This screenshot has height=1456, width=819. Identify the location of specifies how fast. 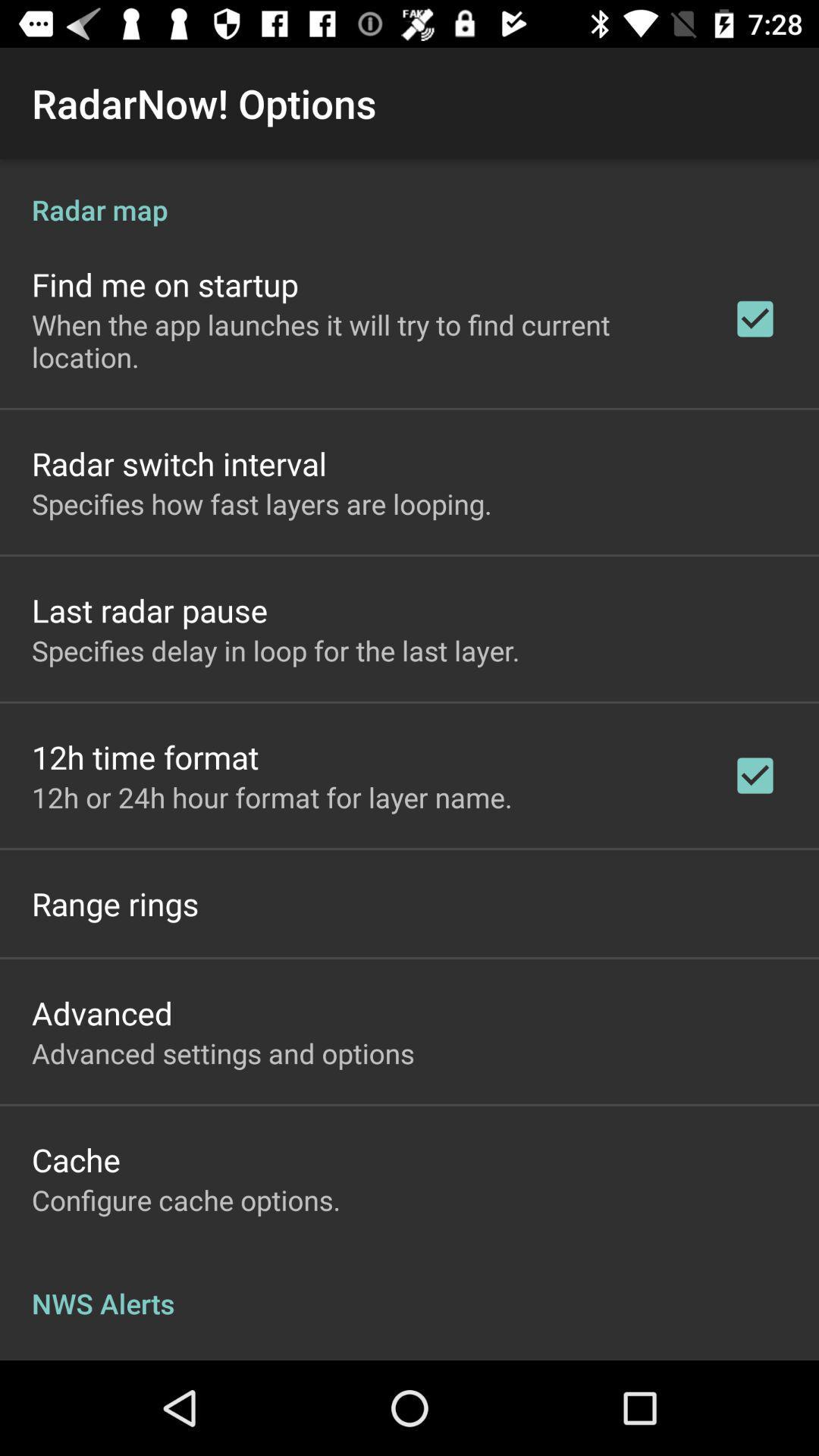
(261, 504).